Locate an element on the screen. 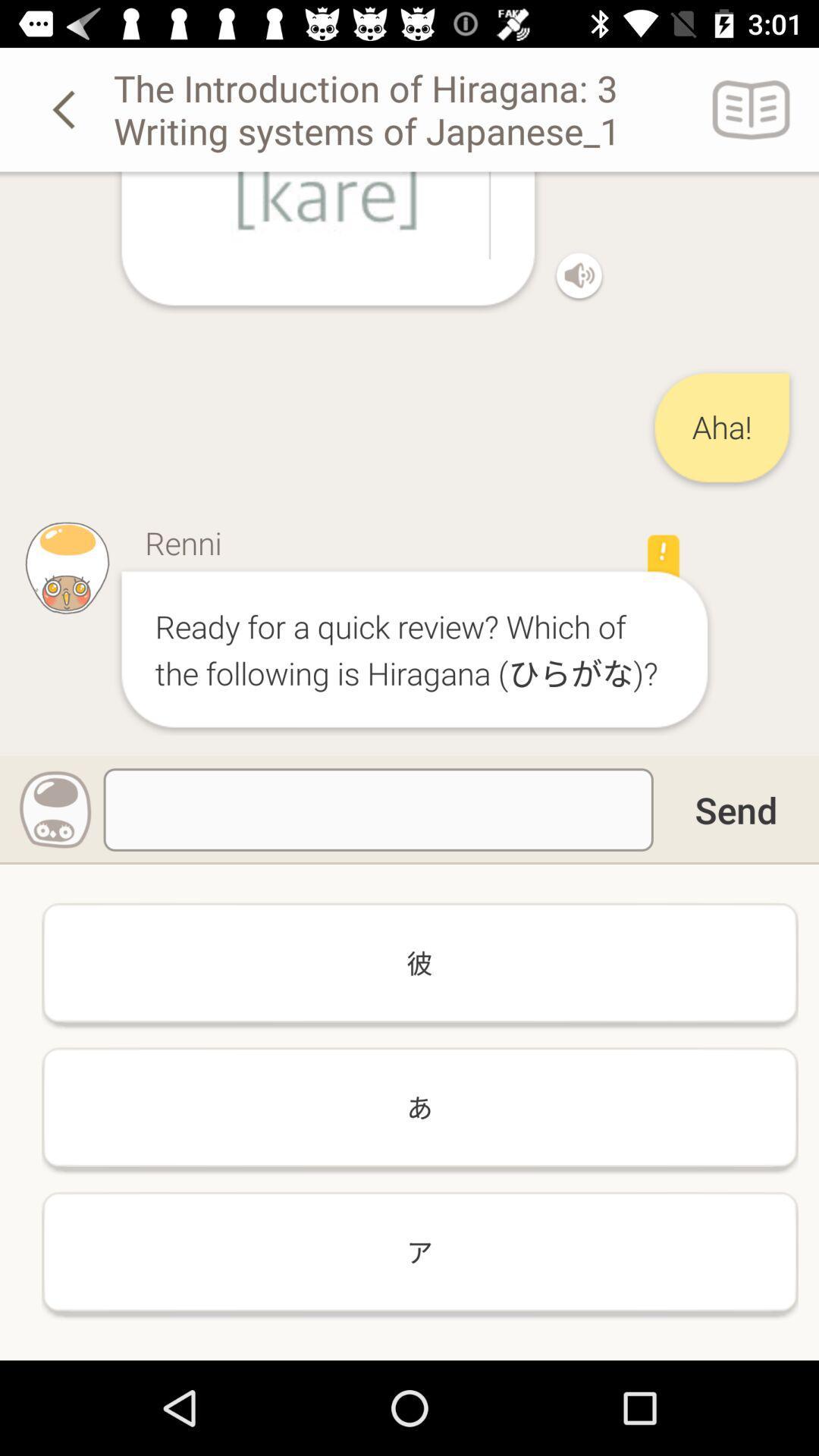 This screenshot has height=1456, width=819. the image at left side of renni is located at coordinates (66, 567).